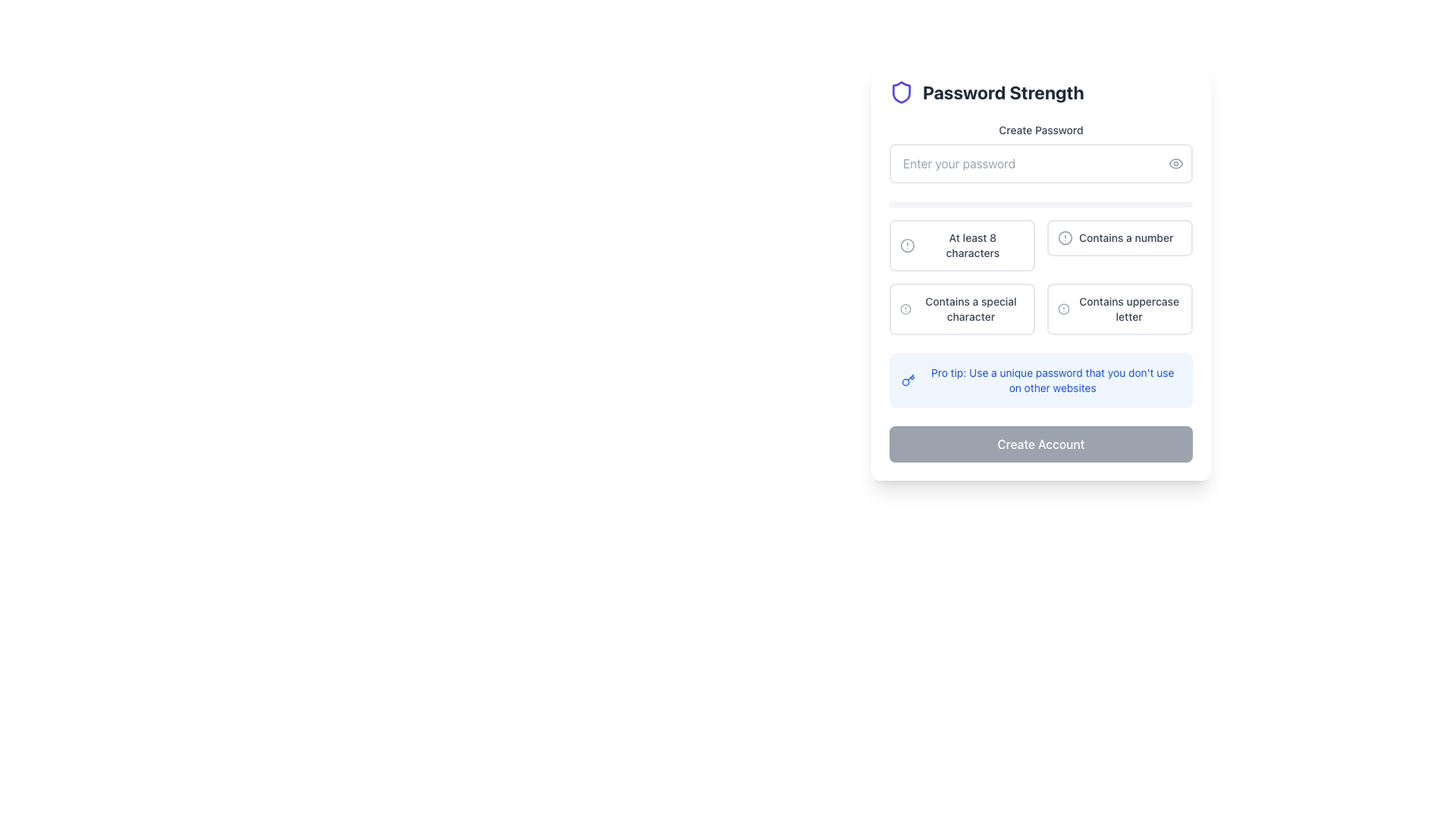  I want to click on the informational box that contains the text 'Contains a number' and the exclamation mark icon for additional clues, so click(1120, 237).